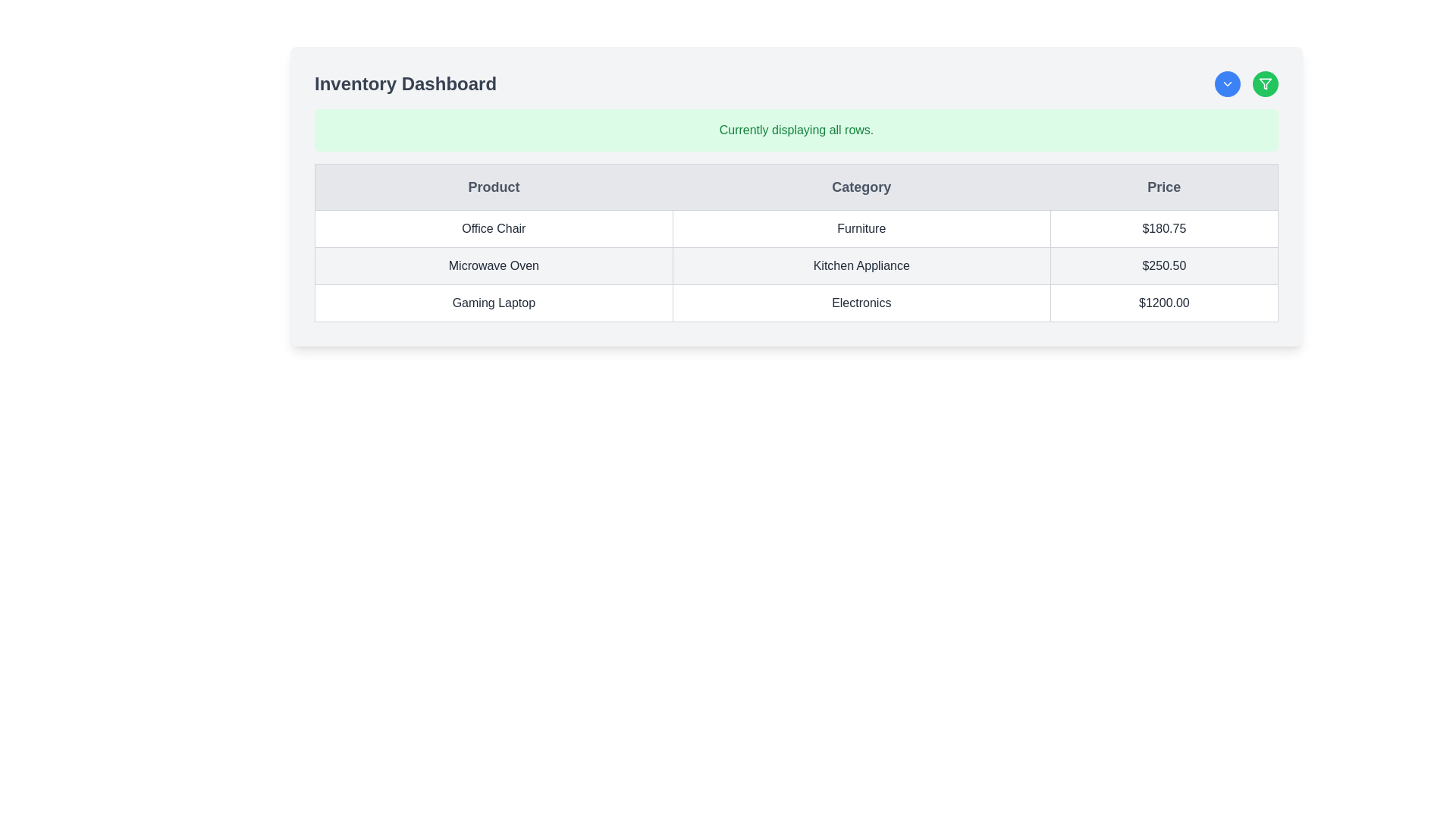 This screenshot has height=819, width=1456. Describe the element at coordinates (1163, 265) in the screenshot. I see `the price label for the product 'Microwave Oven', located in the third column of the second row of a table under the header 'Price'` at that location.